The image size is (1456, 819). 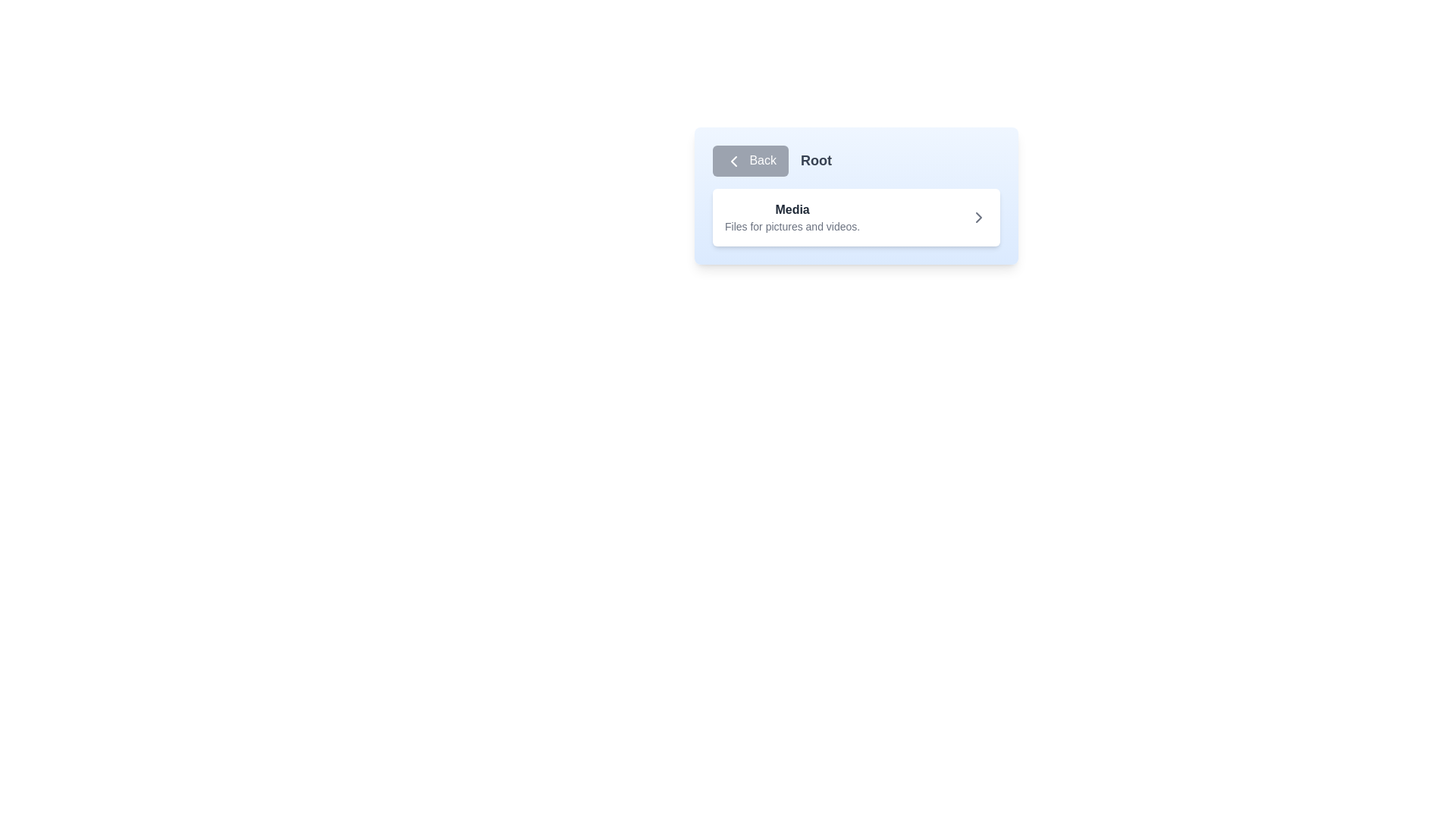 What do you see at coordinates (979, 216) in the screenshot?
I see `the right-pointing chevron icon styled as an SVG graphic, which is located on the far right side of the panel labeled 'Media'` at bounding box center [979, 216].